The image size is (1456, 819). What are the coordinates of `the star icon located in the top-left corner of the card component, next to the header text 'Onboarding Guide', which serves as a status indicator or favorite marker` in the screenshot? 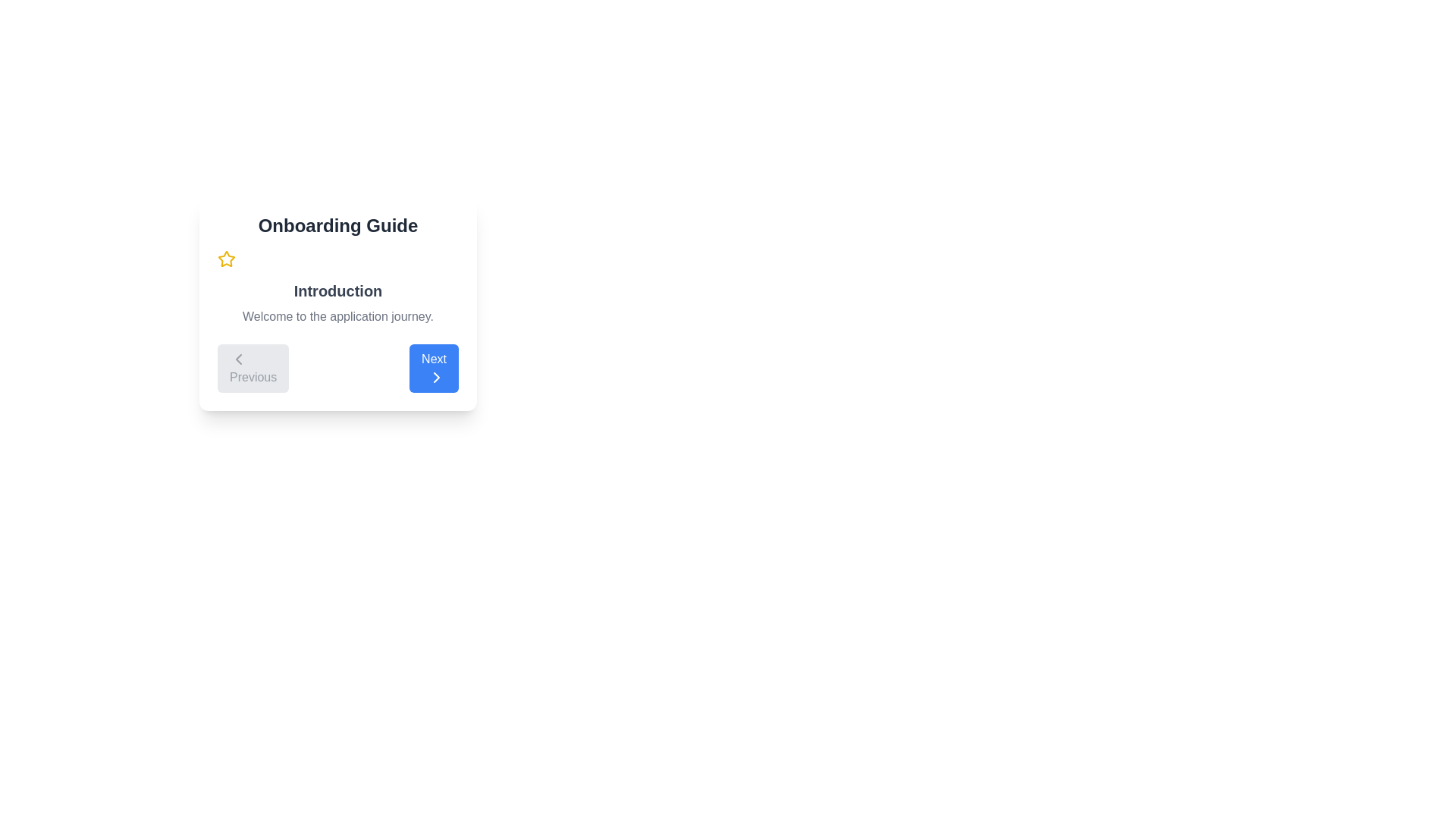 It's located at (225, 258).